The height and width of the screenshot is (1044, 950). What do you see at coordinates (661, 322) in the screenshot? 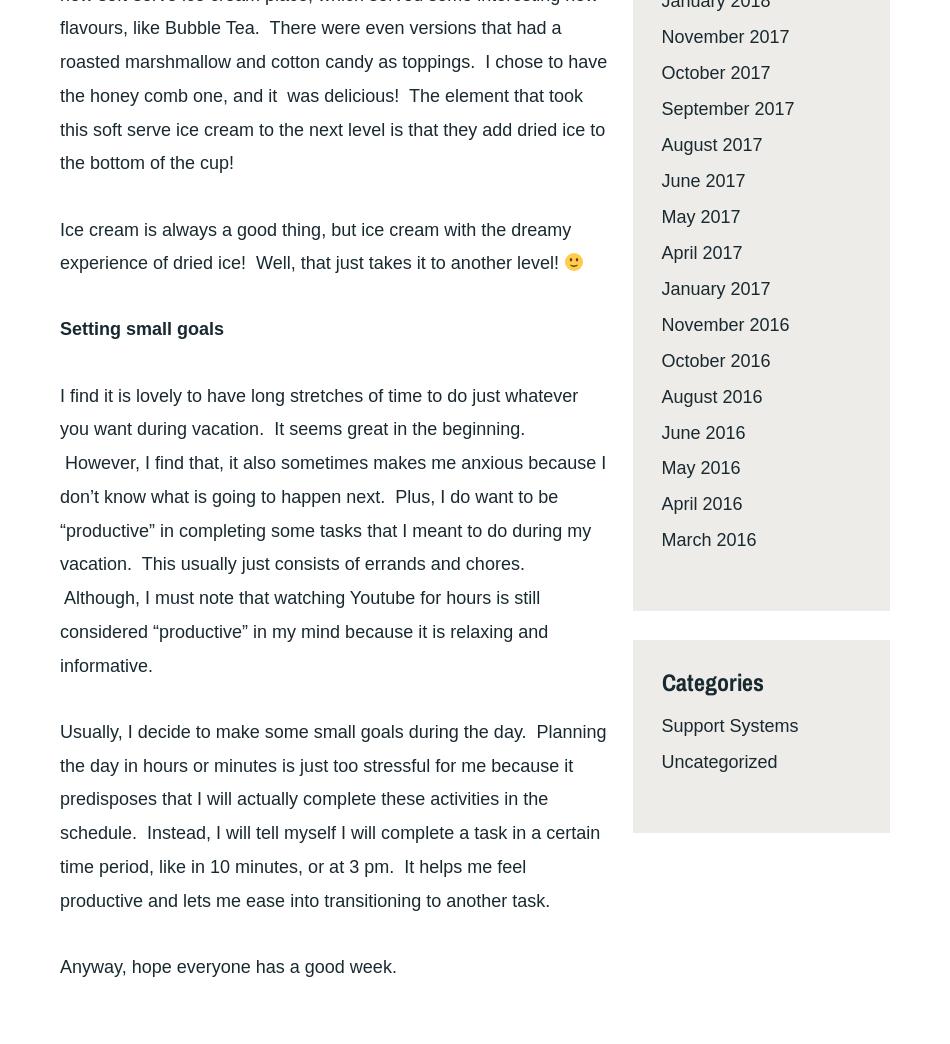
I see `'November 2016'` at bounding box center [661, 322].